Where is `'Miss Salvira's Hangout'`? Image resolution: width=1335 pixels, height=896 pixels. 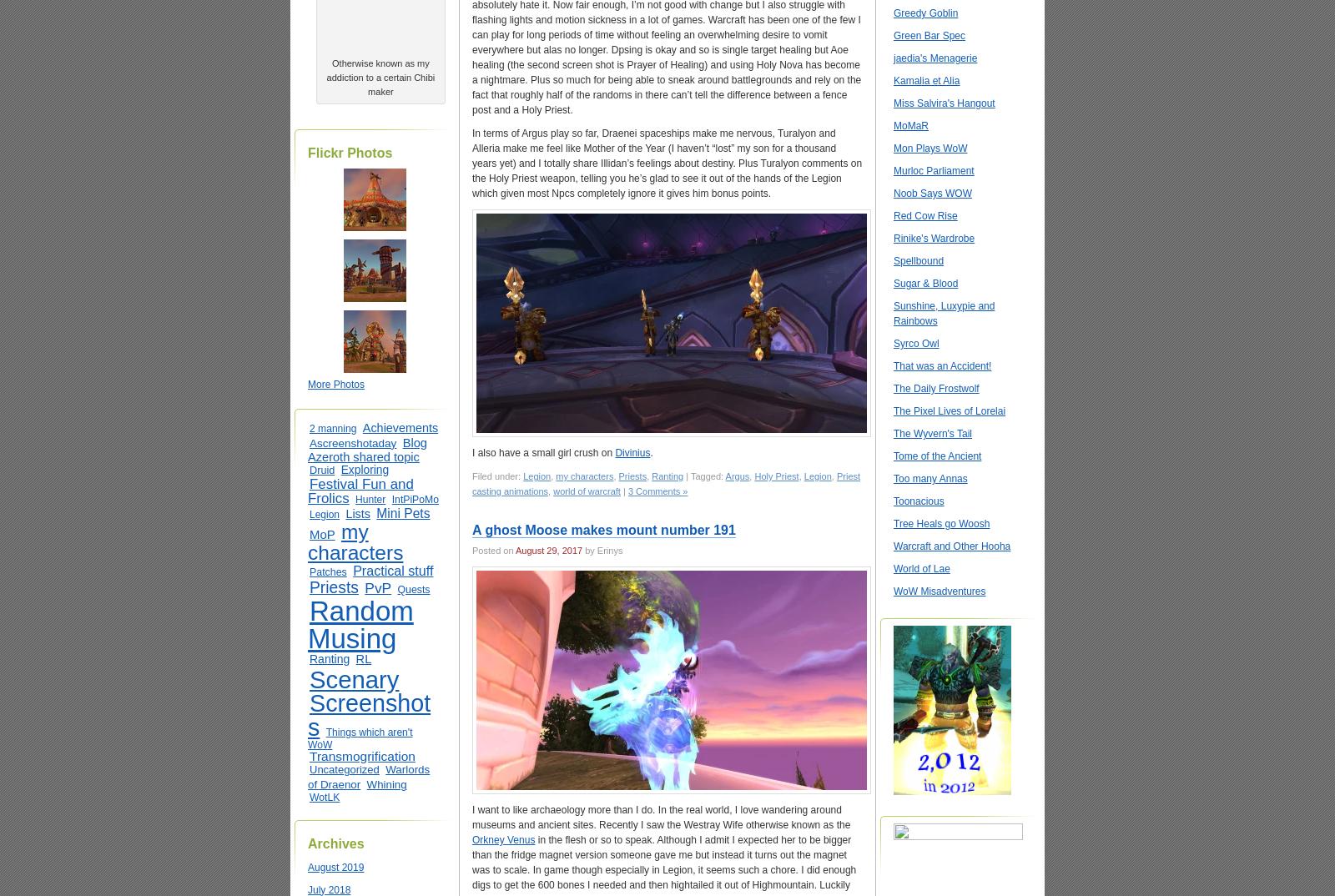
'Miss Salvira's Hangout' is located at coordinates (944, 103).